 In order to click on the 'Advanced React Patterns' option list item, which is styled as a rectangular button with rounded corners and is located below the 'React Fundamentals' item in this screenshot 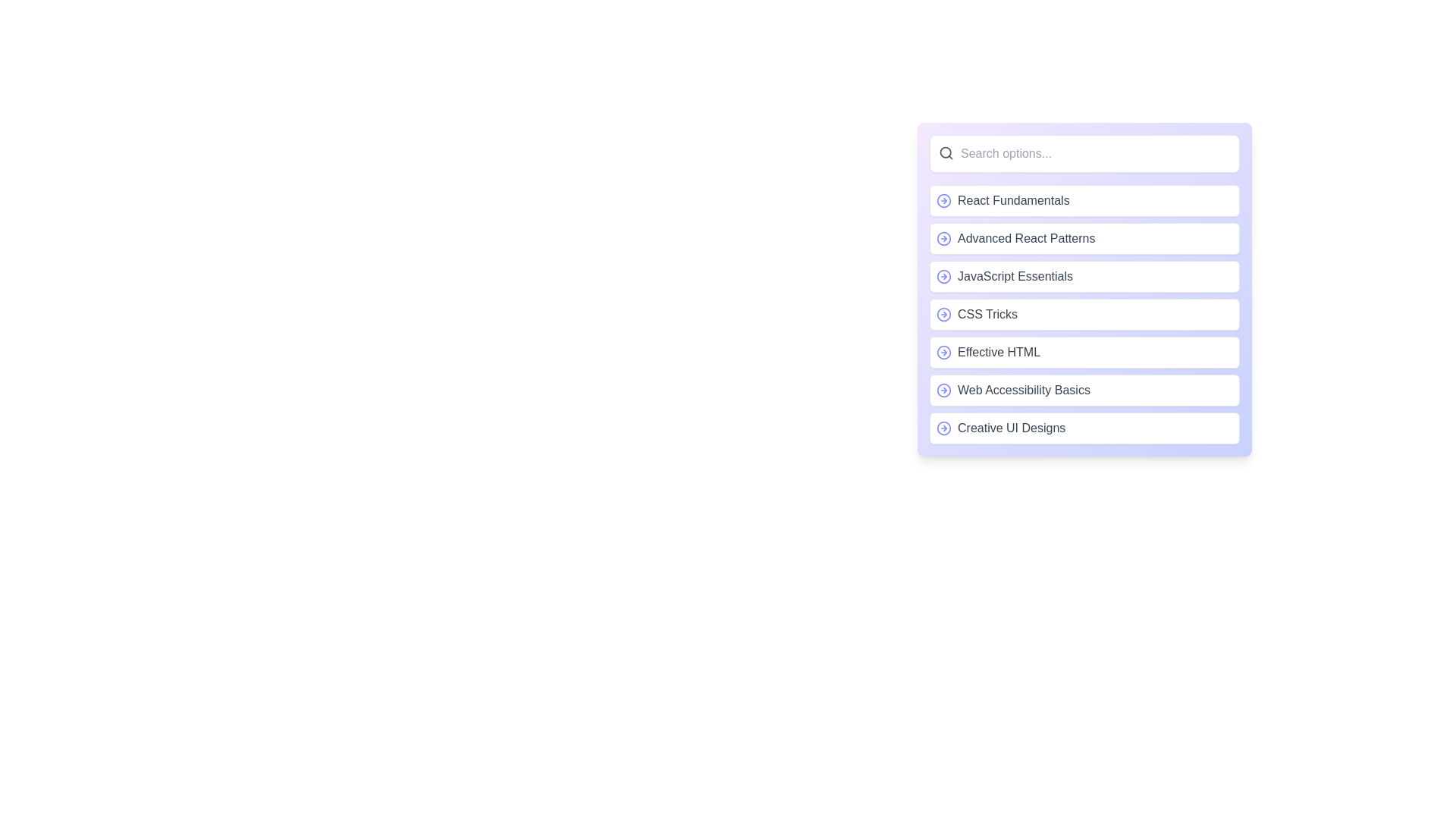, I will do `click(1084, 239)`.